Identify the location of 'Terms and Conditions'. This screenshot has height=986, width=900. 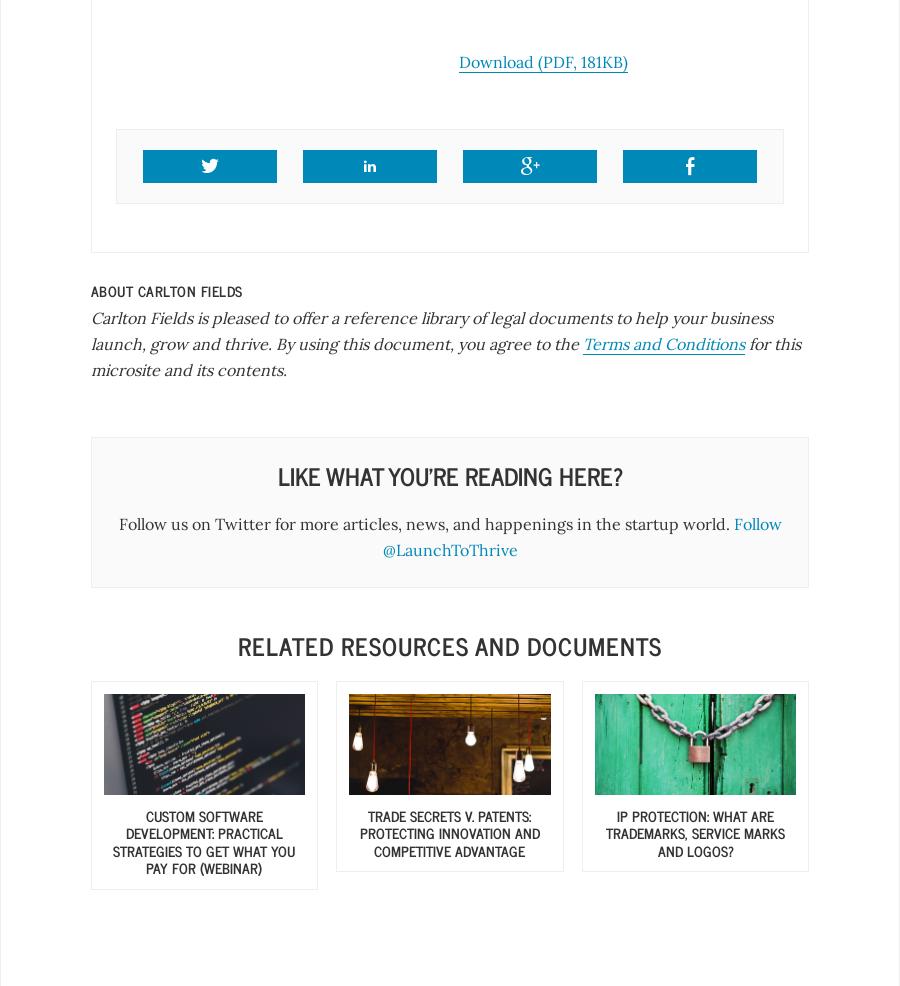
(663, 343).